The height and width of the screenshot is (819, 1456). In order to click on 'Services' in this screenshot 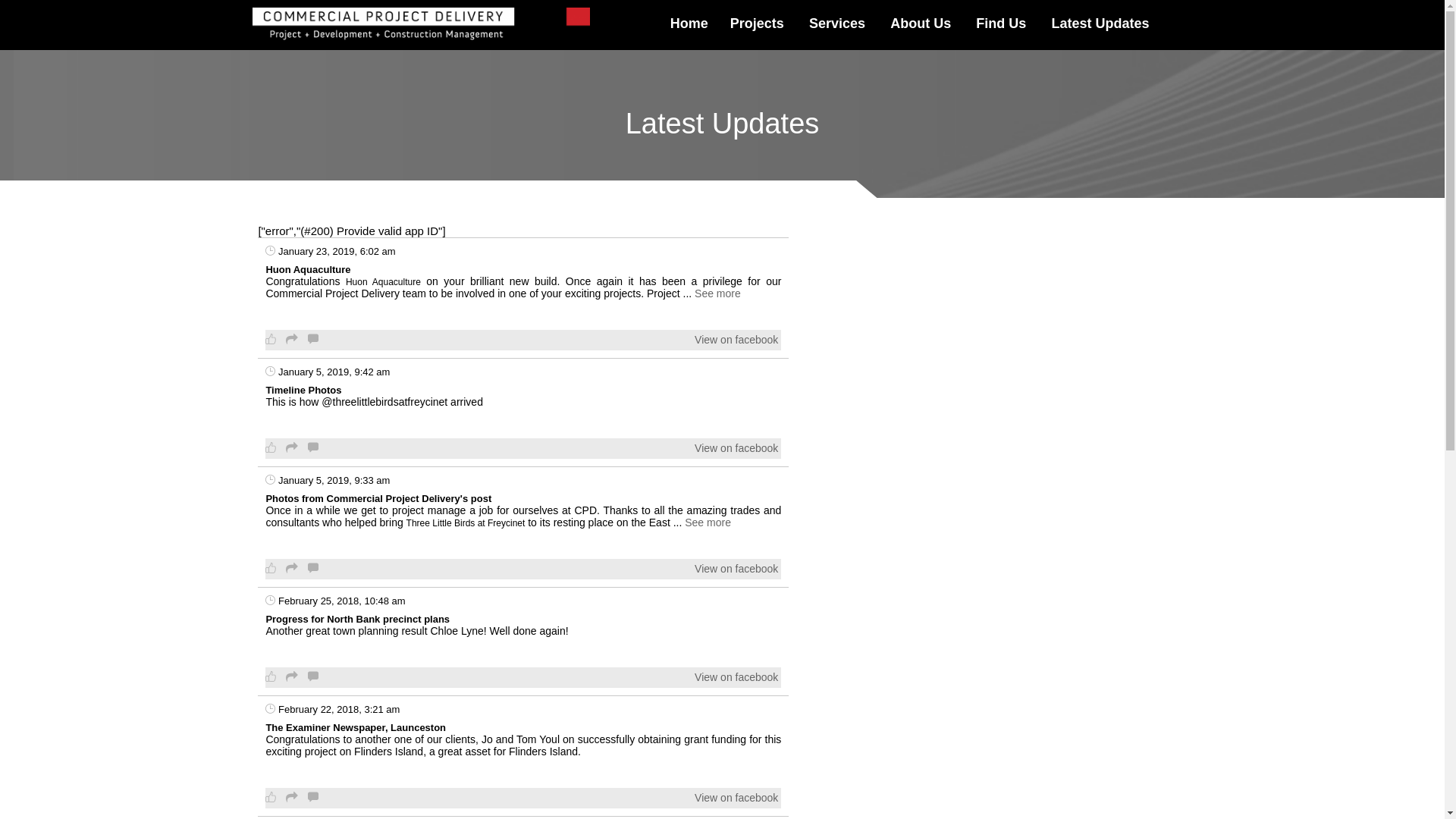, I will do `click(836, 24)`.